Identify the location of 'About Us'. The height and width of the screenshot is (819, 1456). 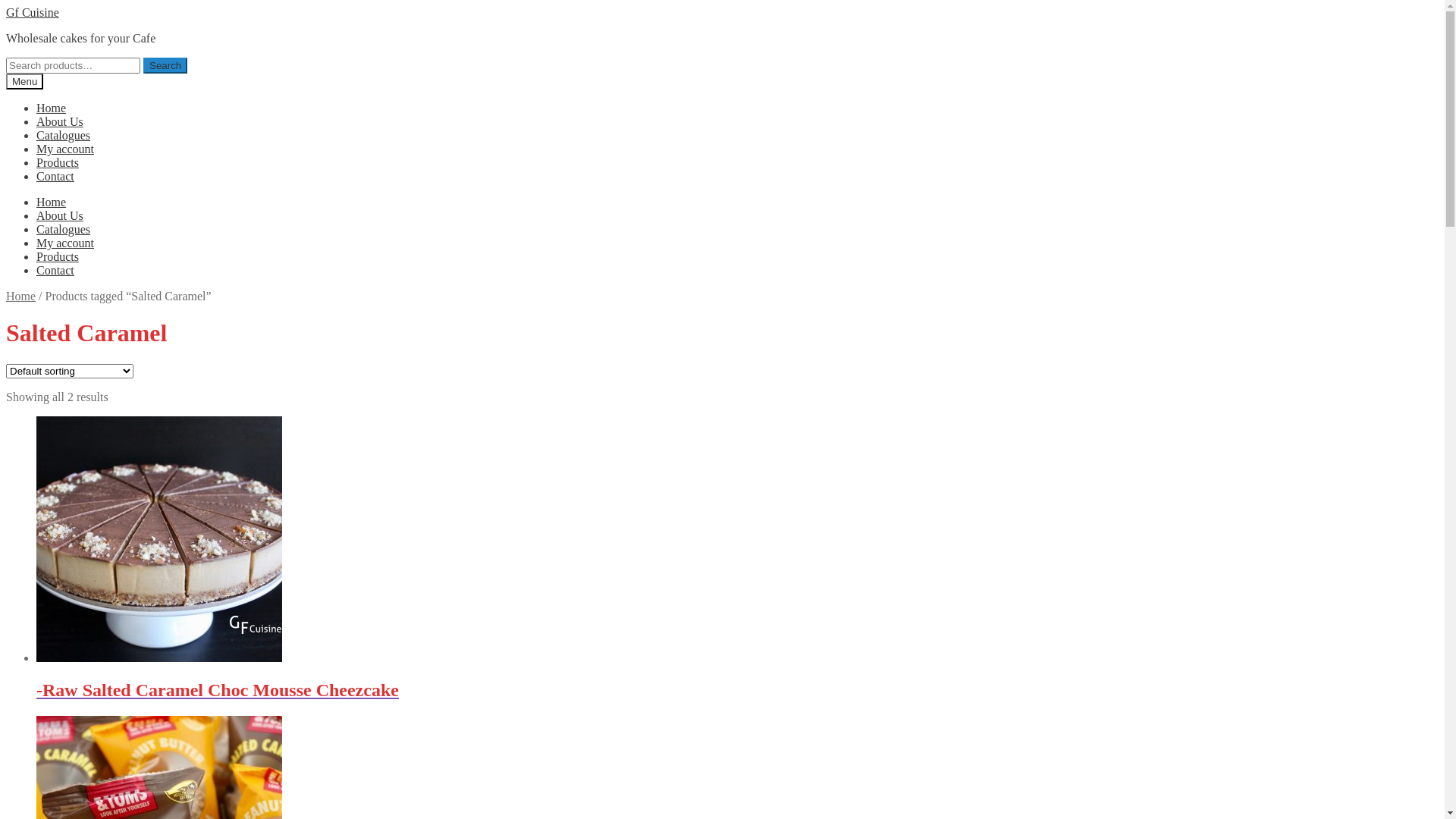
(59, 121).